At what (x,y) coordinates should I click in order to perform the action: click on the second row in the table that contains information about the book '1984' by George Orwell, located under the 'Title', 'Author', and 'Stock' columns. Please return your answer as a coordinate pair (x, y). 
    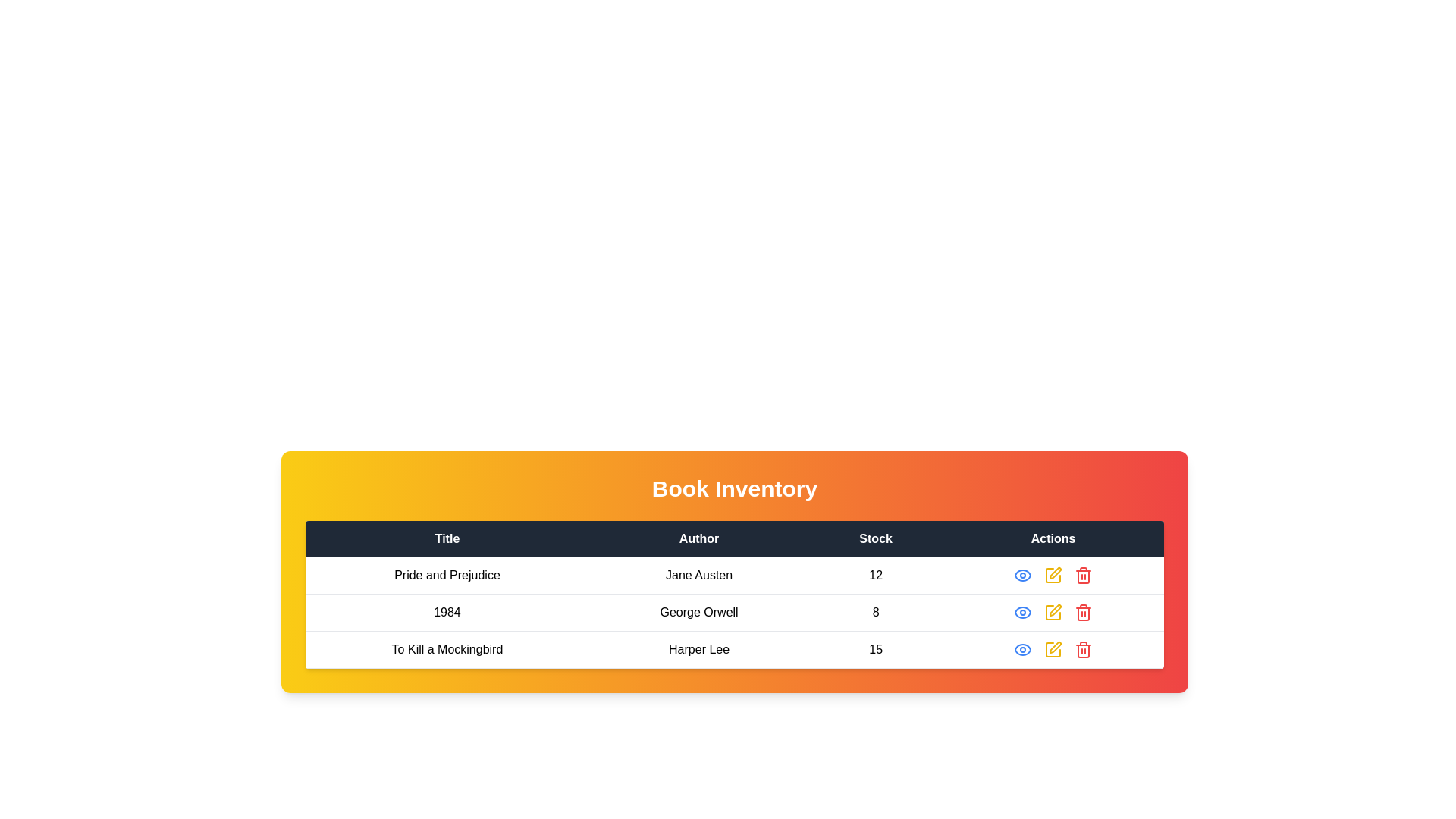
    Looking at the image, I should click on (735, 611).